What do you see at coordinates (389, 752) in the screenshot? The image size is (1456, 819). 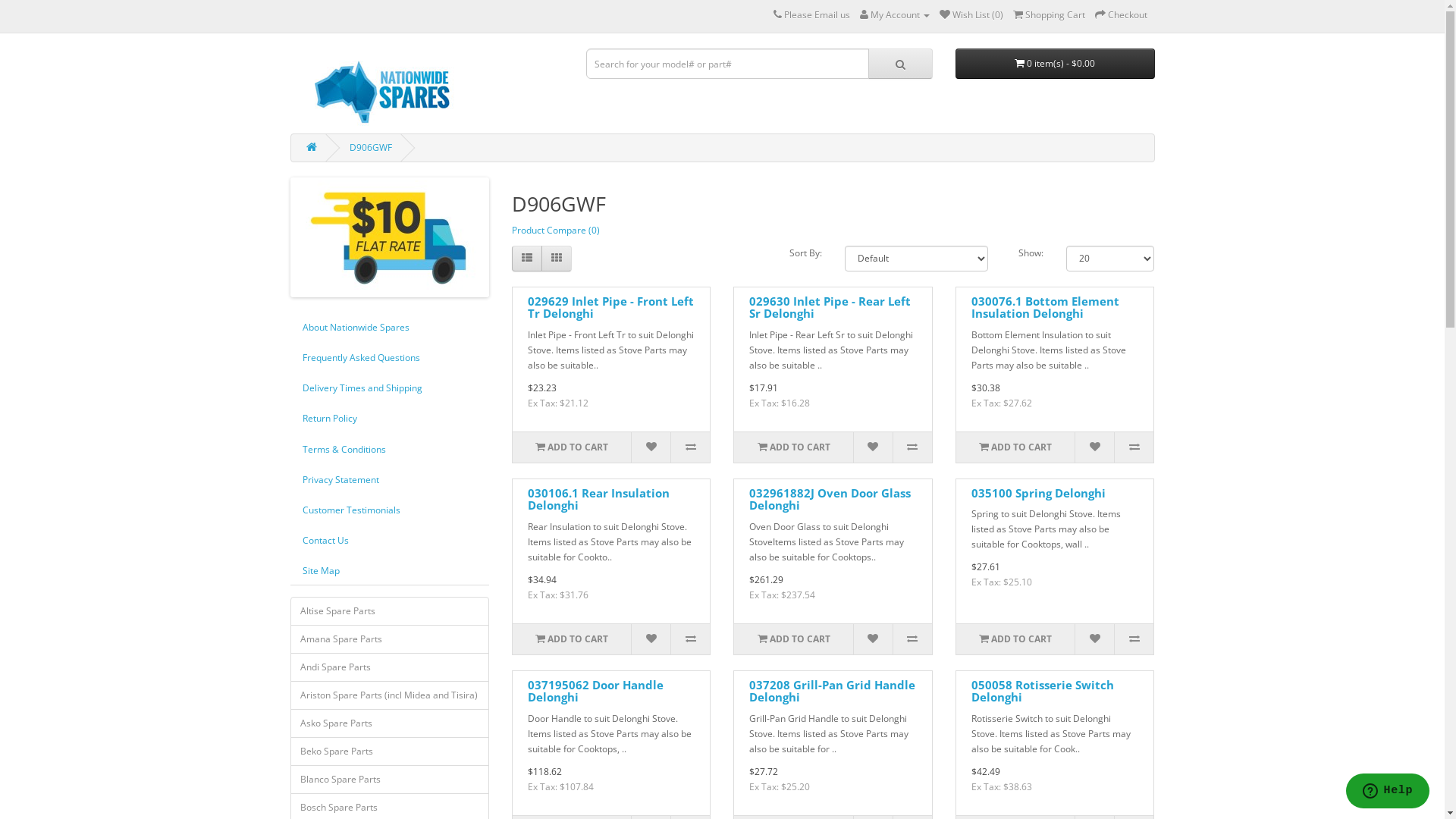 I see `'Beko Spare Parts'` at bounding box center [389, 752].